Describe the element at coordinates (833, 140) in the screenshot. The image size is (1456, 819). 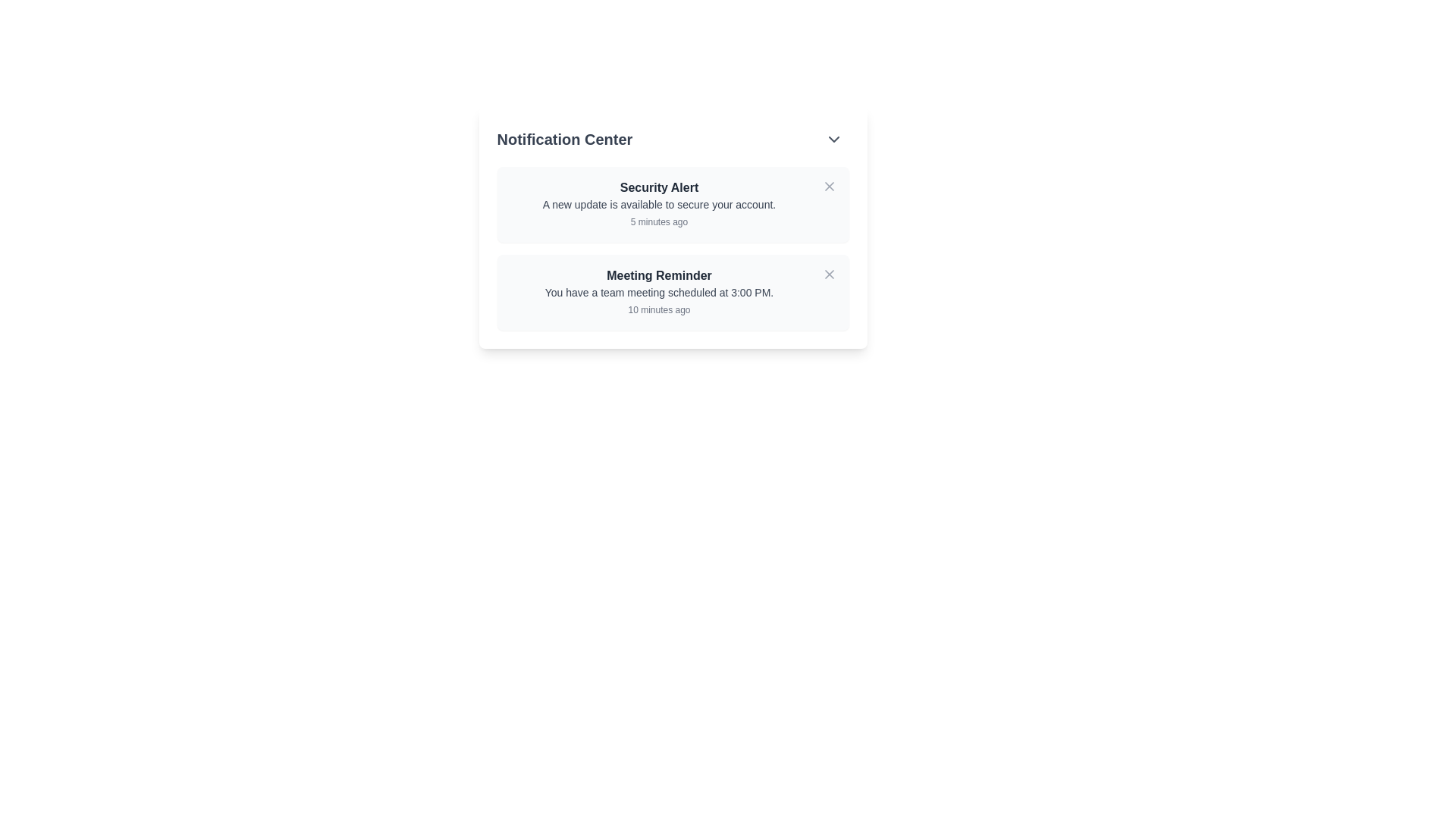
I see `the downward-facing chevron icon in the top-right corner of the notification dropdown panel` at that location.